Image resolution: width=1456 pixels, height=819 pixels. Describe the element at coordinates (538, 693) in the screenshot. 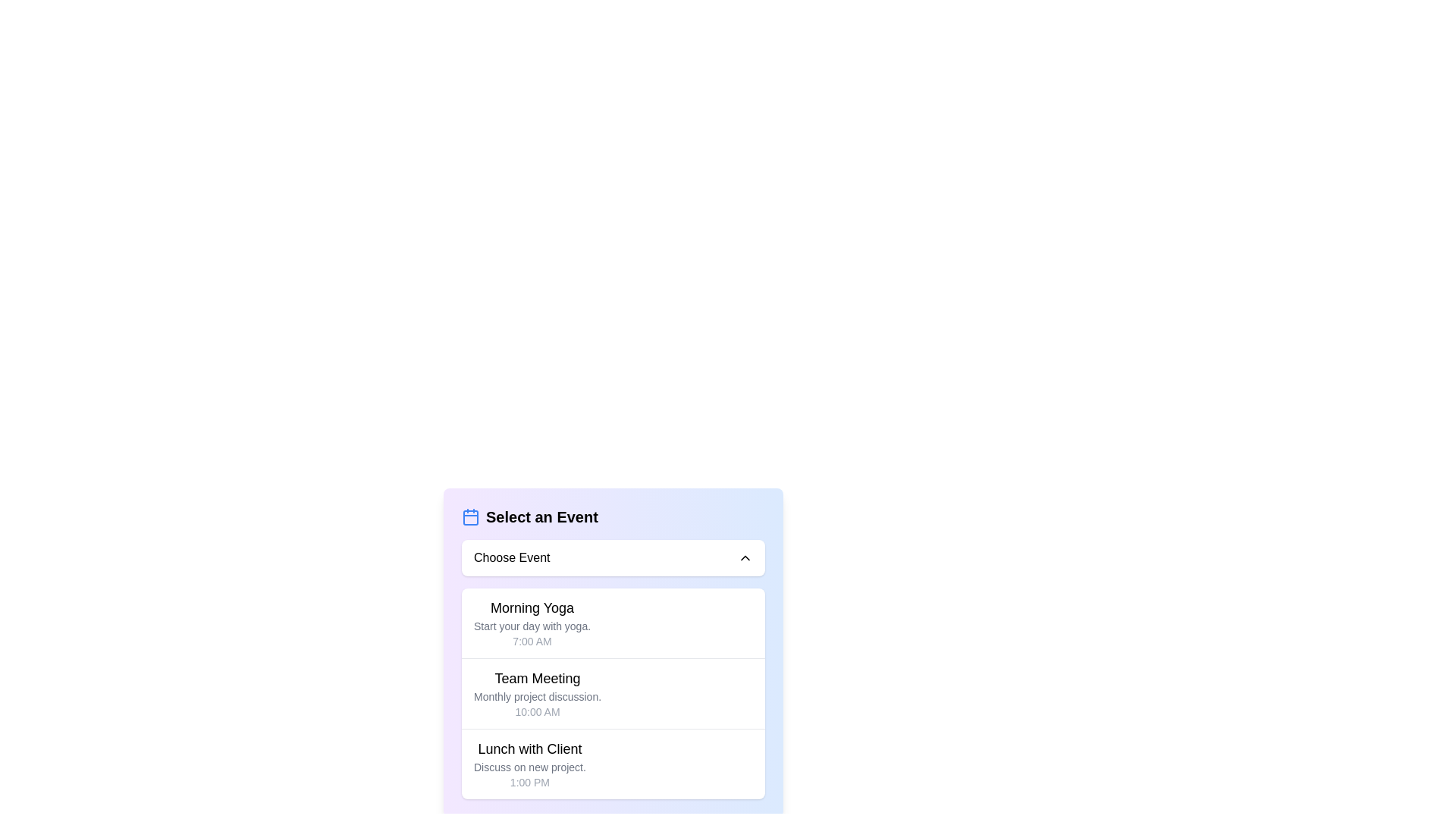

I see `the list item titled 'Team Meeting'` at that location.